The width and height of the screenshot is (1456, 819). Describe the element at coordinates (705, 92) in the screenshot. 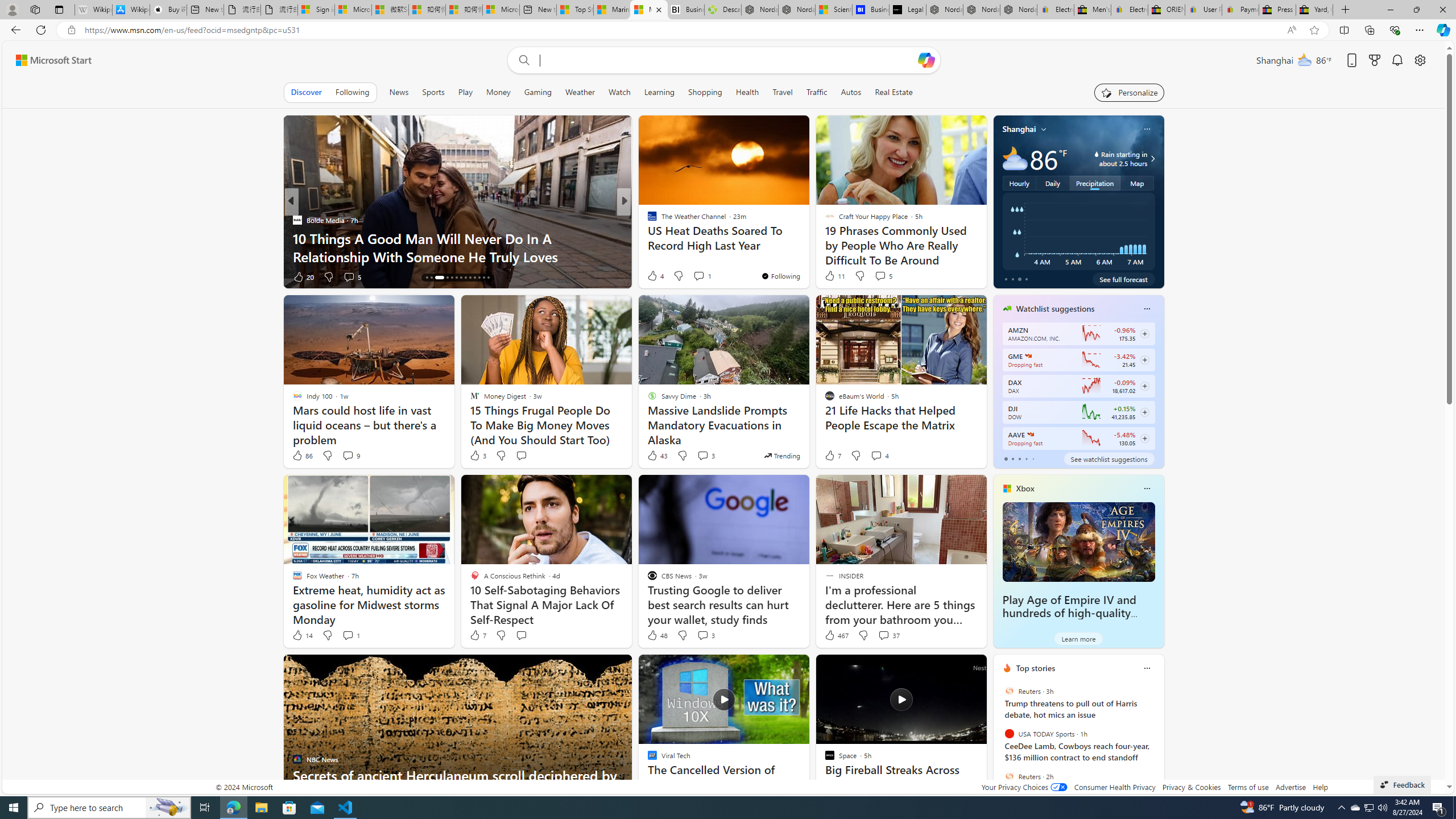

I see `'Shopping'` at that location.